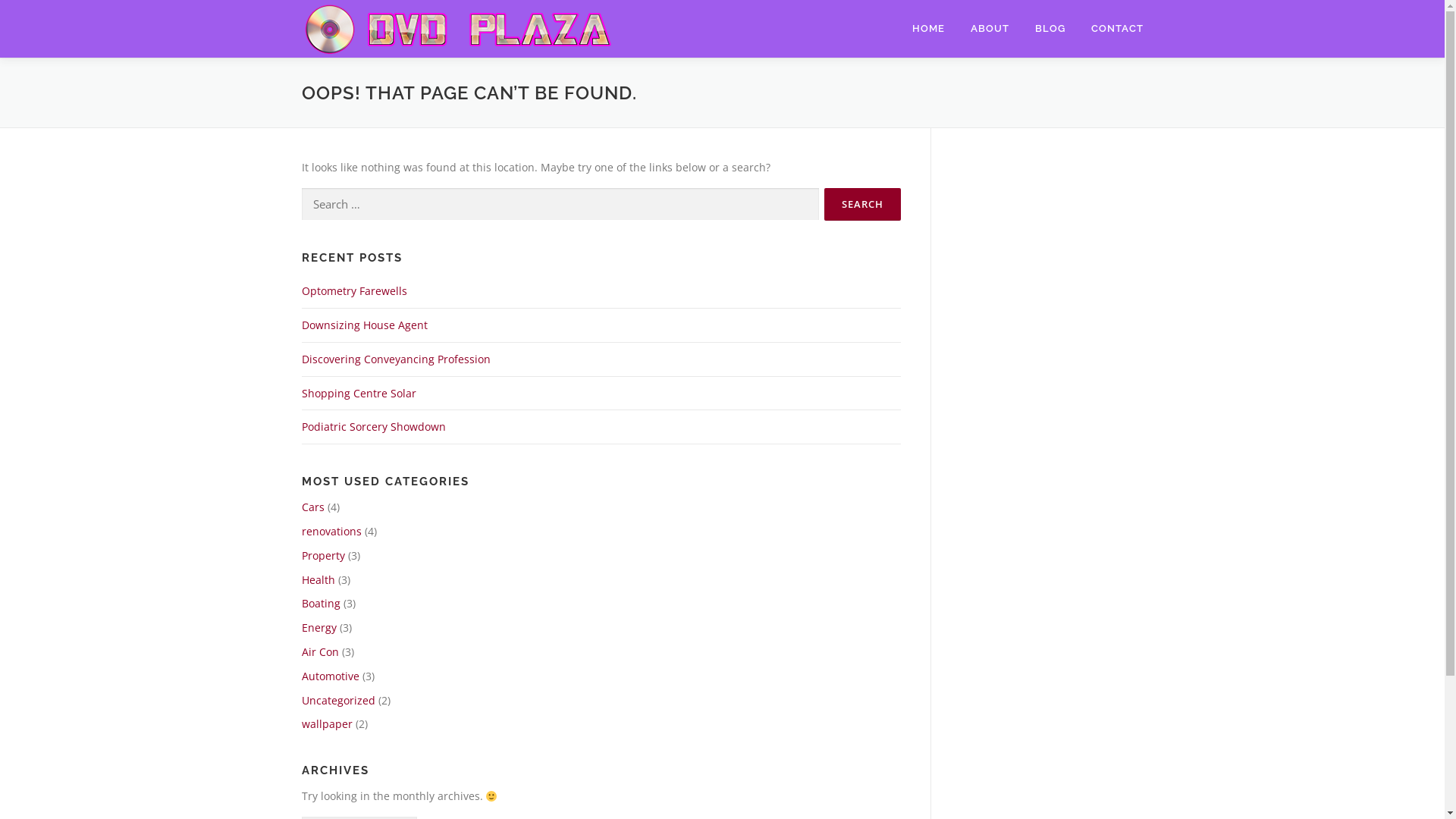 This screenshot has height=819, width=1456. What do you see at coordinates (330, 675) in the screenshot?
I see `'Automotive'` at bounding box center [330, 675].